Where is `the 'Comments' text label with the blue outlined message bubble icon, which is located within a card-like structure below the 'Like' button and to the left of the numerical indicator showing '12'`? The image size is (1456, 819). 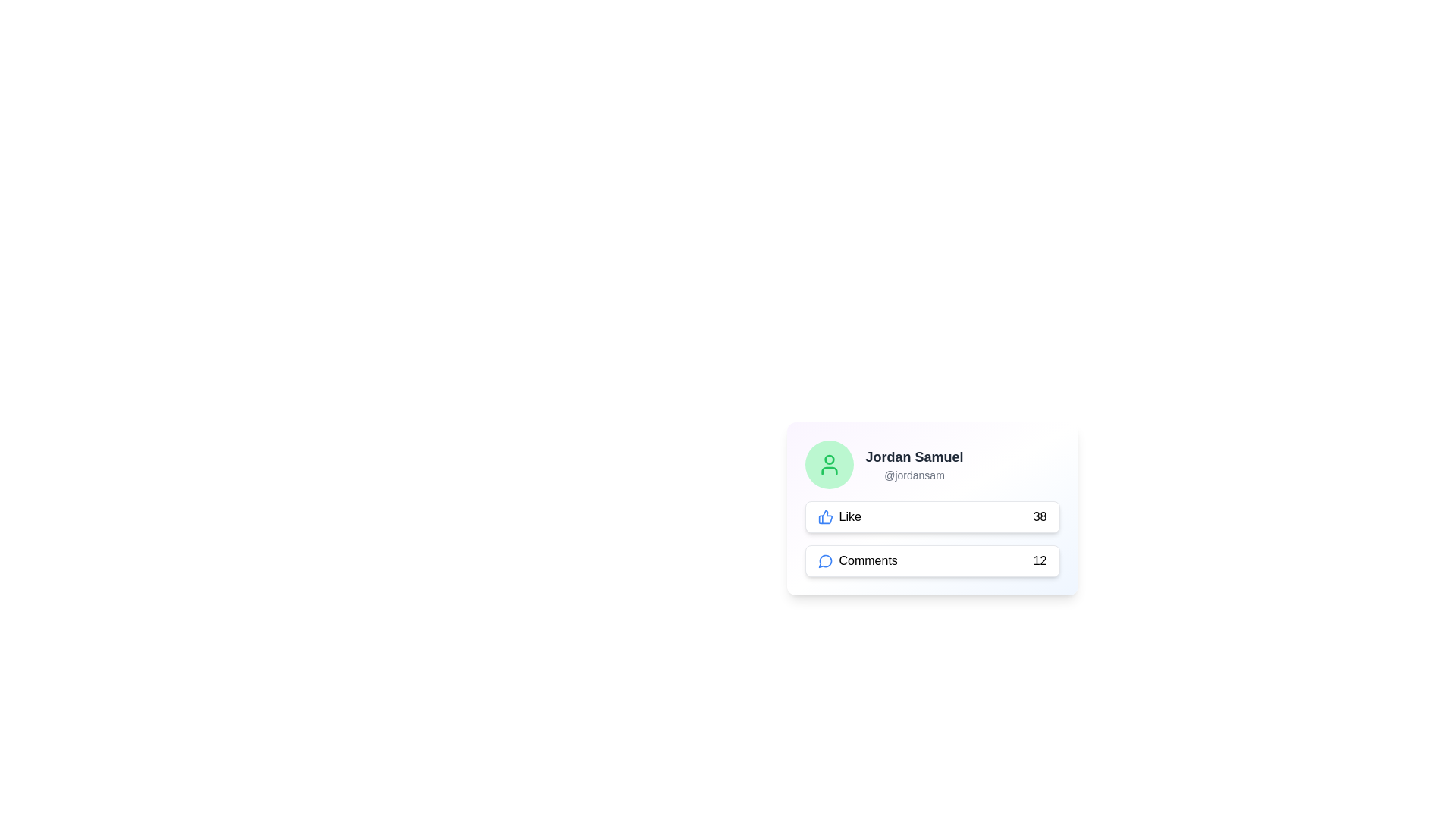
the 'Comments' text label with the blue outlined message bubble icon, which is located within a card-like structure below the 'Like' button and to the left of the numerical indicator showing '12' is located at coordinates (858, 561).